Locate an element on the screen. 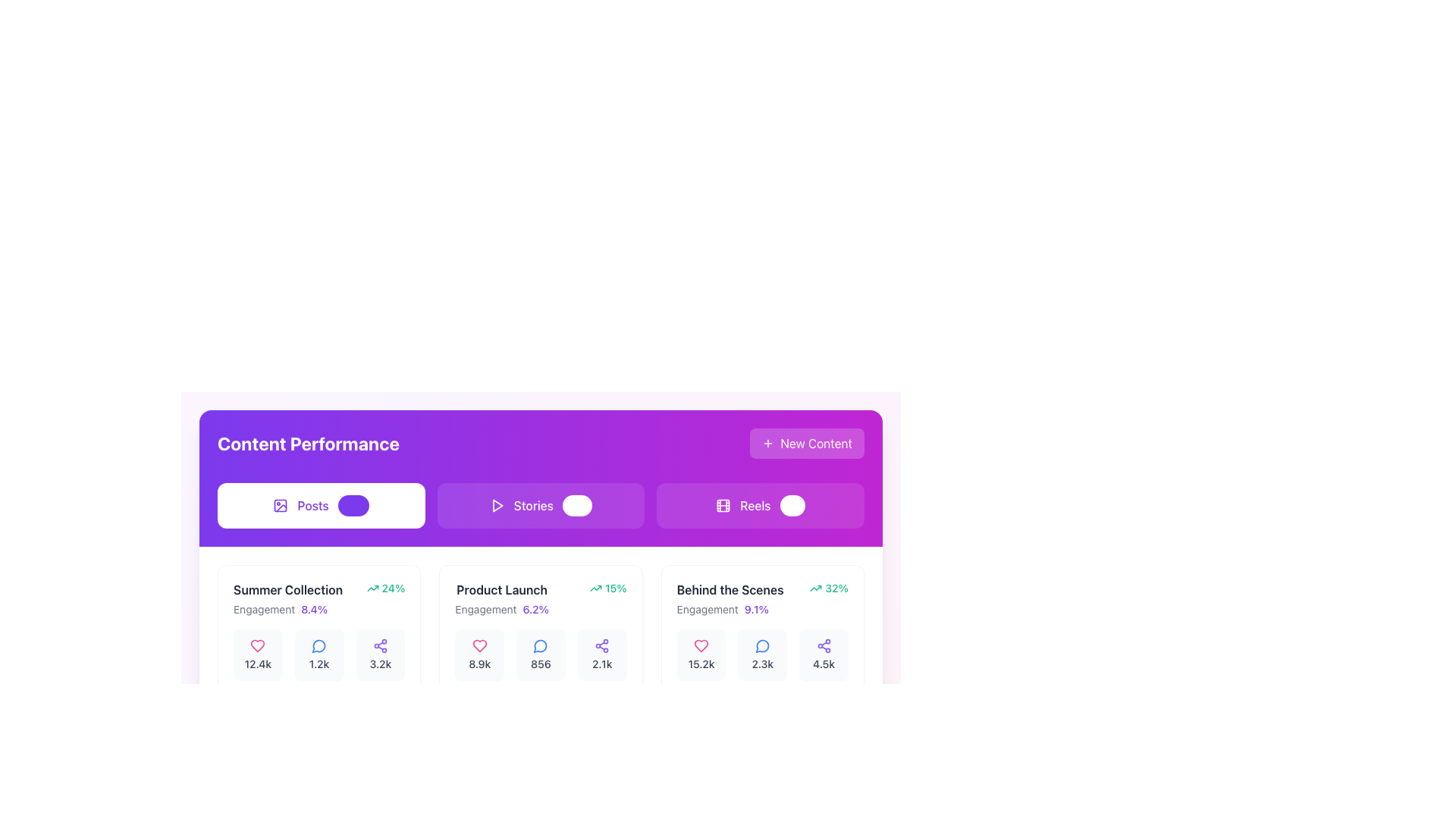 This screenshot has height=819, width=1456. the comment icon located in the 'Product Launch' column of the 'Content Performance' section is located at coordinates (541, 646).